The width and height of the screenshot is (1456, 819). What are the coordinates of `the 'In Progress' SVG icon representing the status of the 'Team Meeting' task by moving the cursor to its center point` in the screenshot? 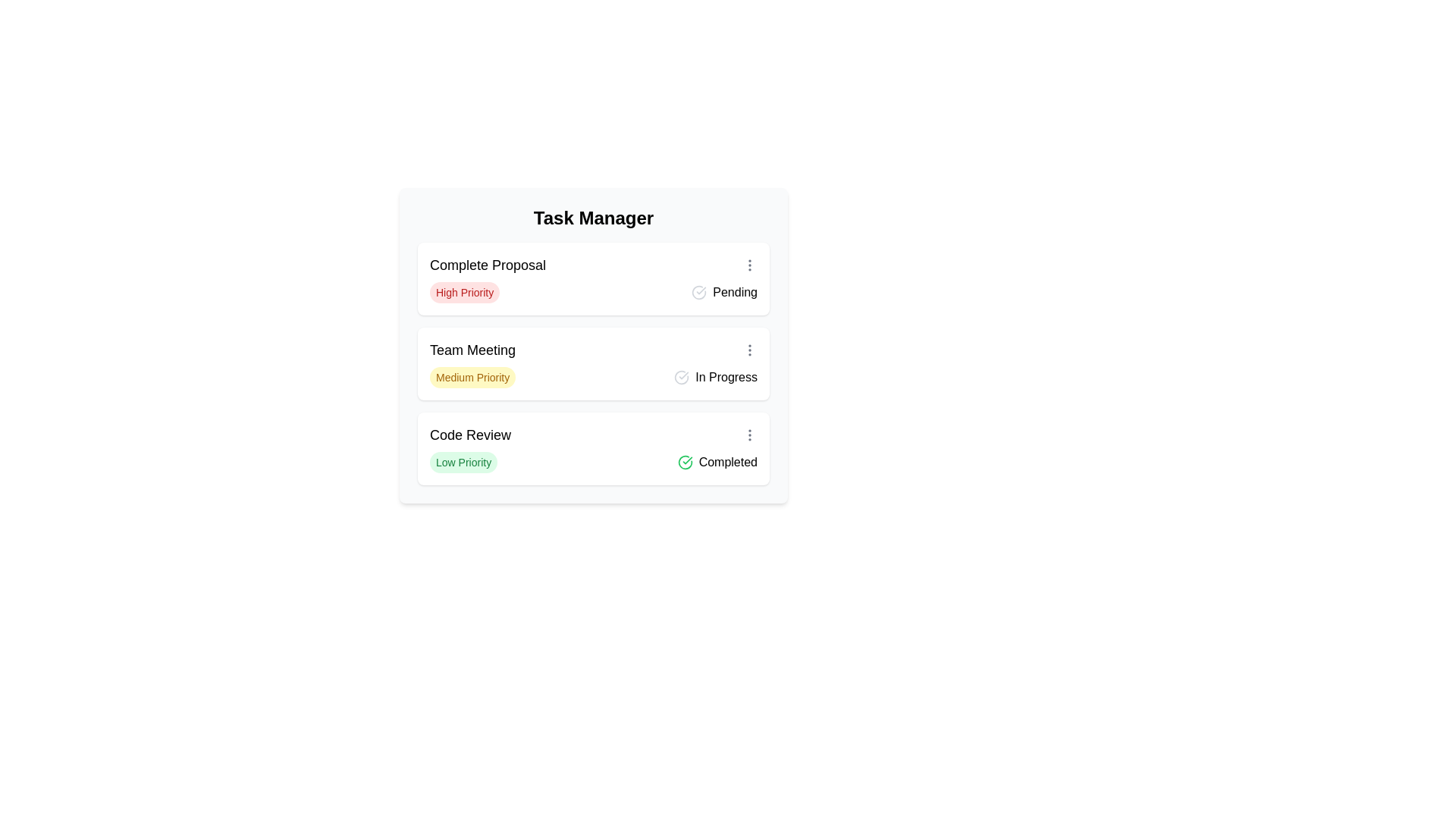 It's located at (681, 376).